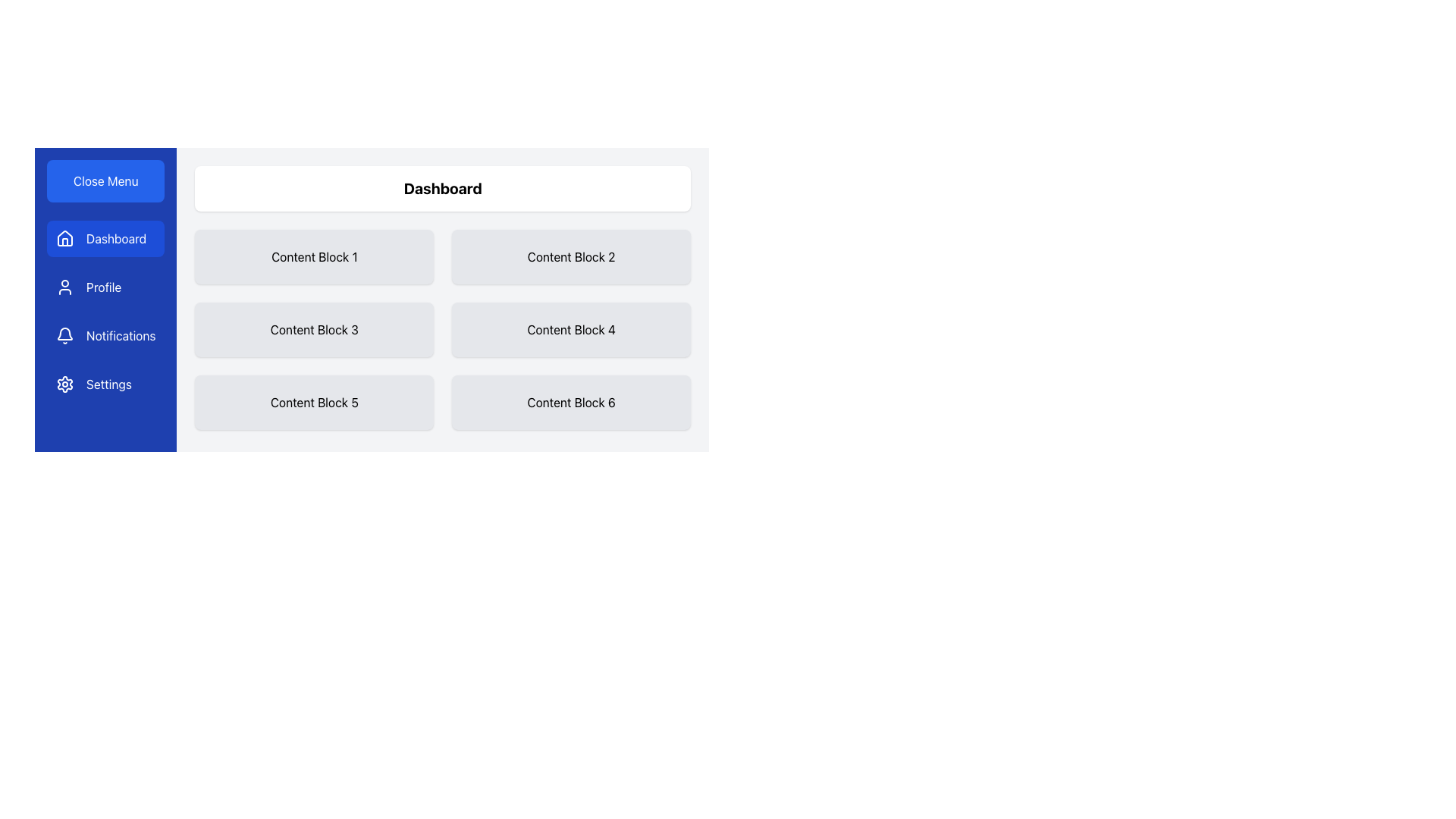 Image resolution: width=1456 pixels, height=819 pixels. I want to click on the central Text Label that serves as a header for the dashboard section, providing context for the content blocks below, so click(442, 188).